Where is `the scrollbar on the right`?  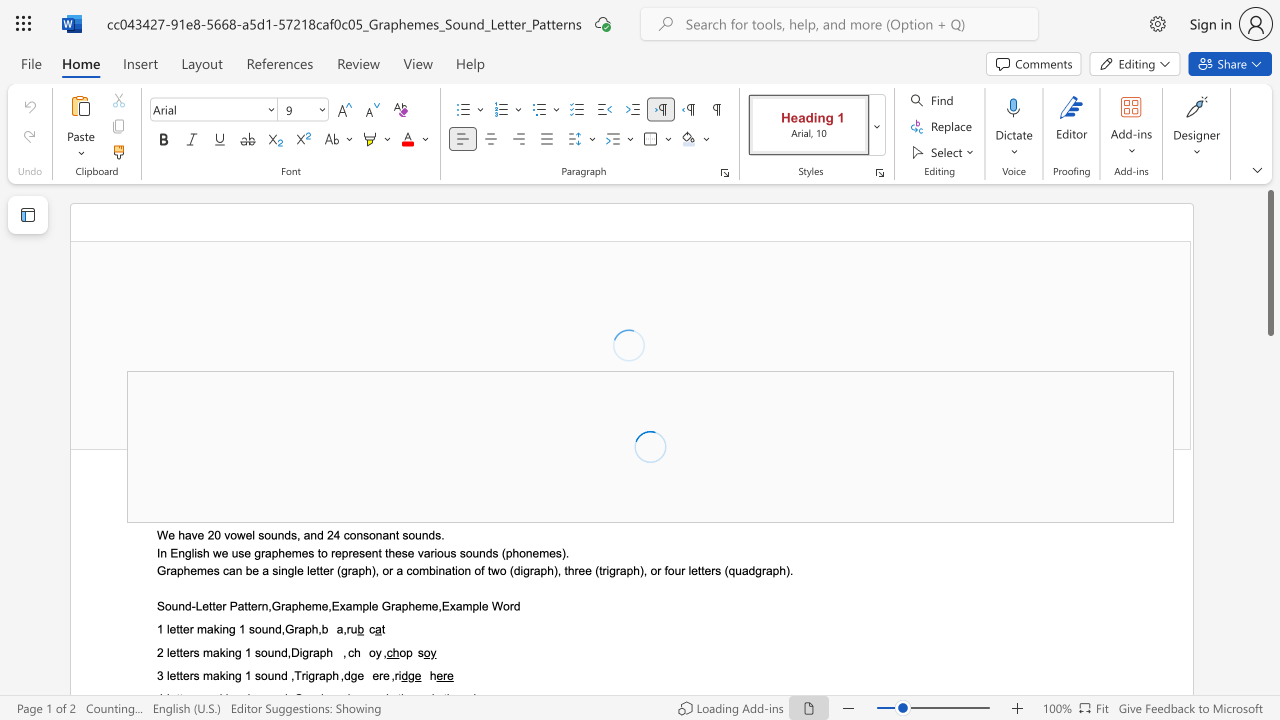 the scrollbar on the right is located at coordinates (1269, 518).